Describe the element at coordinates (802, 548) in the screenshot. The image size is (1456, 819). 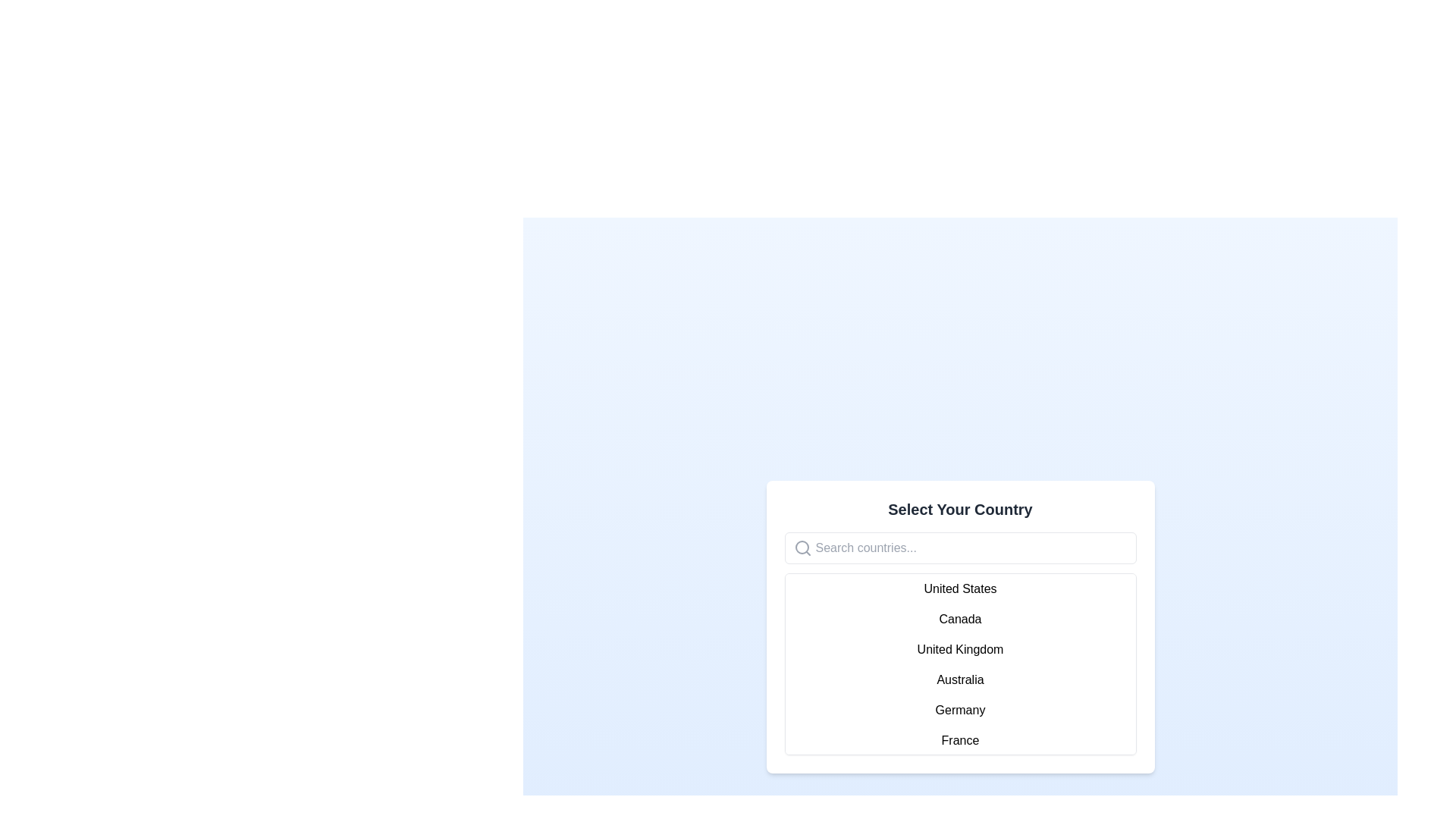
I see `the SVG icon indicating search functionality, which is positioned to the left of the input field in the search bar component` at that location.